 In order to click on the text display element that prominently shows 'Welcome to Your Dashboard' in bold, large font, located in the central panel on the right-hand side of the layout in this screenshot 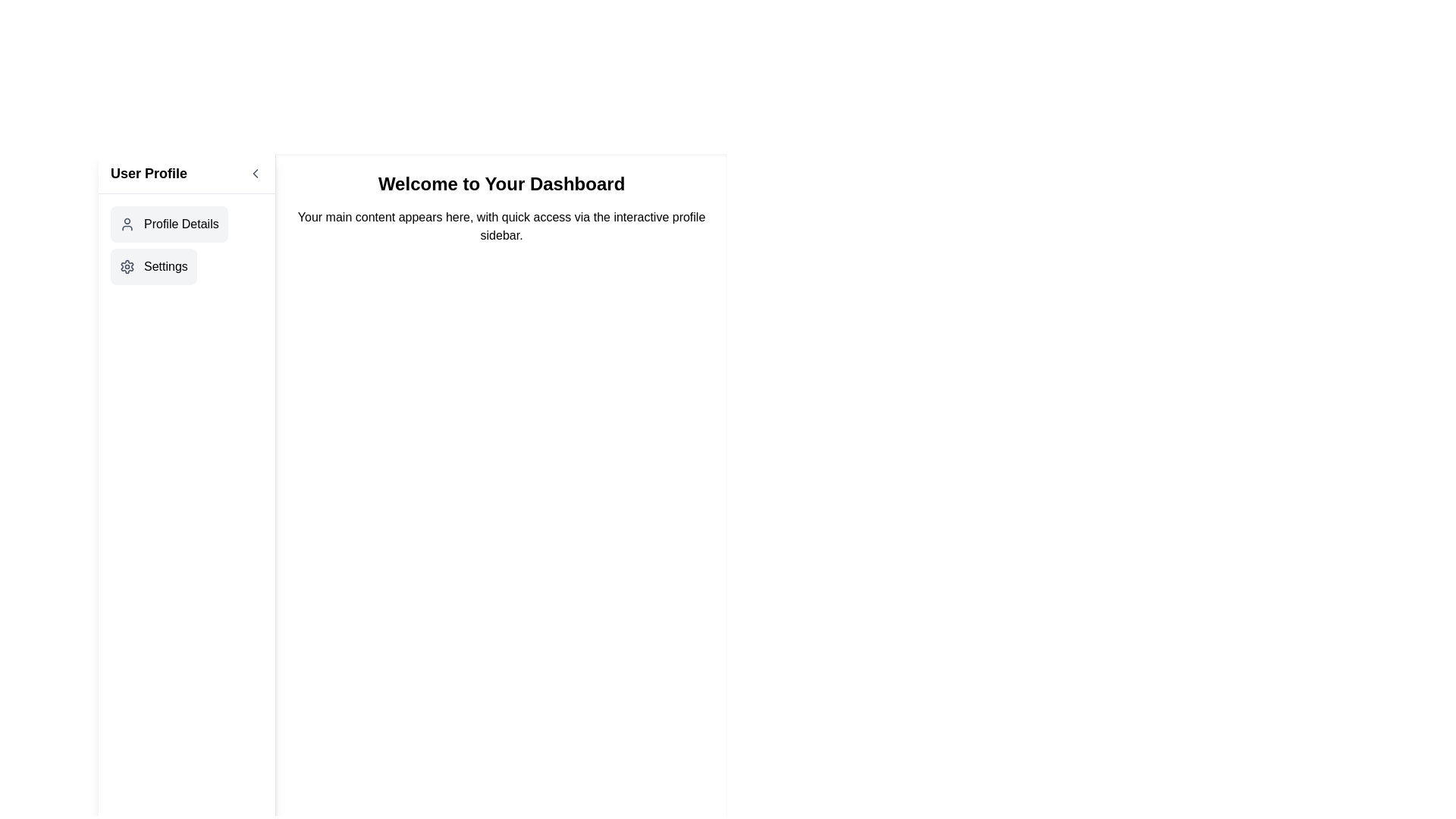, I will do `click(501, 184)`.